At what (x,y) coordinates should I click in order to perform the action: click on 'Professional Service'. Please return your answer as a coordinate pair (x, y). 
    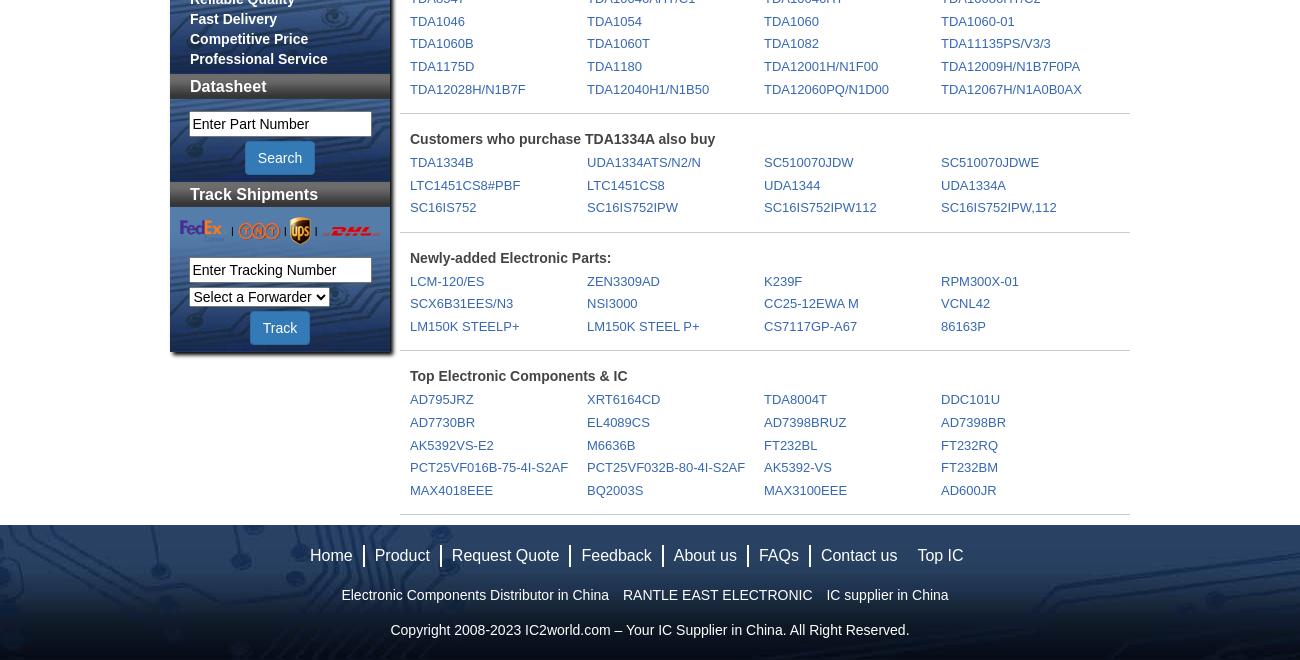
    Looking at the image, I should click on (257, 58).